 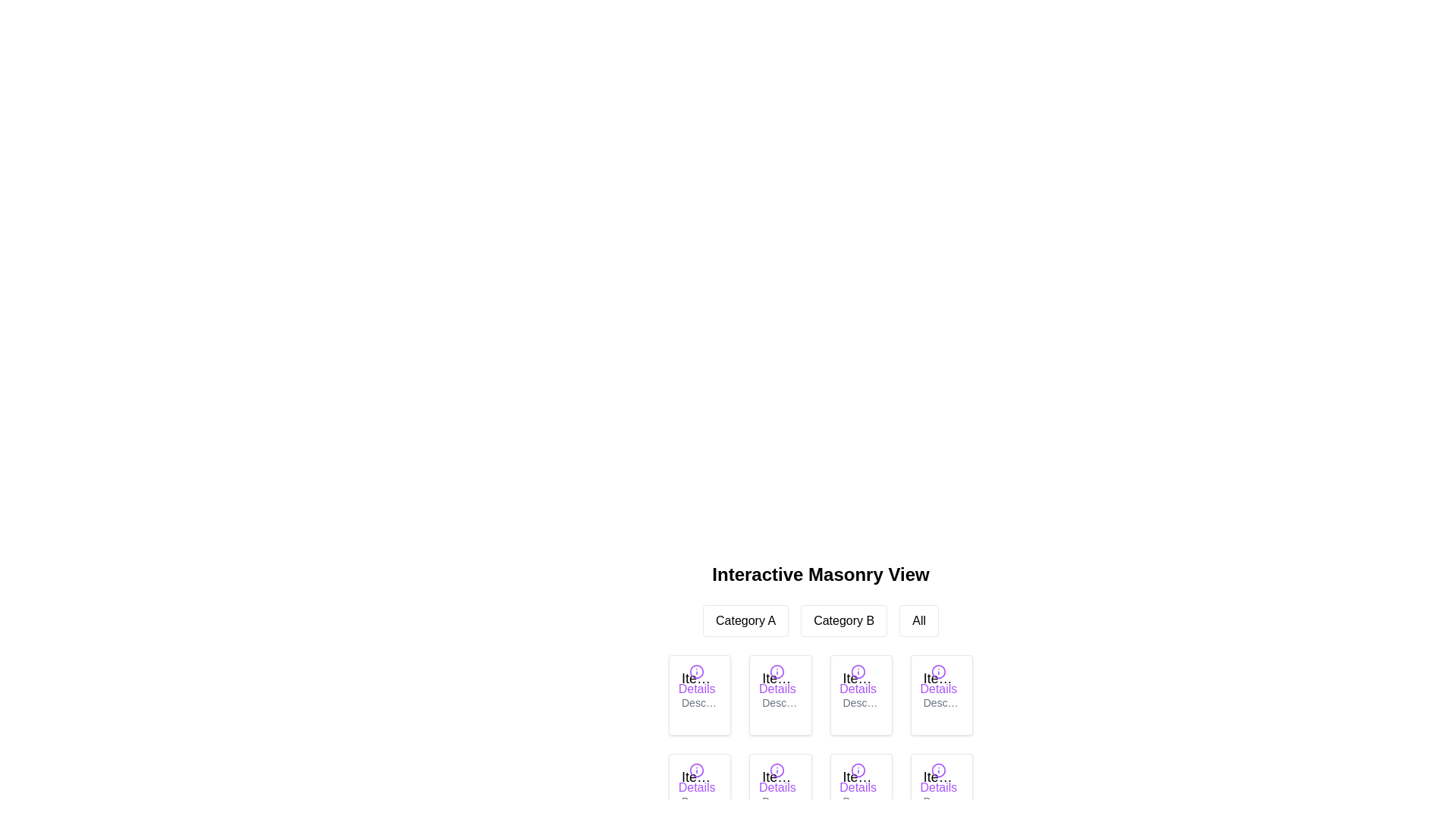 What do you see at coordinates (940, 777) in the screenshot?
I see `the title text element located at the top of the item card in the 'Interactive Masonry View' section` at bounding box center [940, 777].